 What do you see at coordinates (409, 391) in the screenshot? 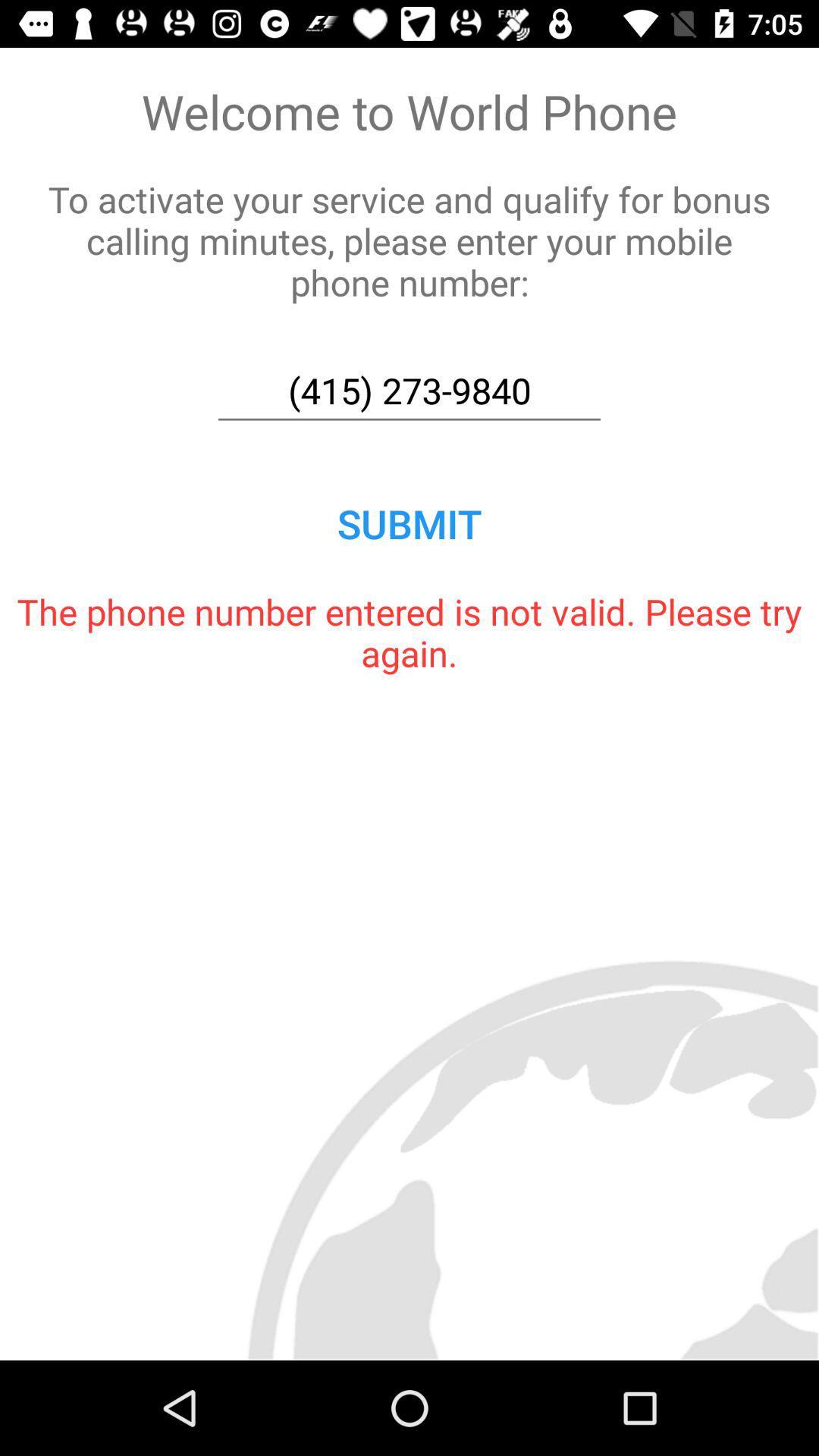
I see `(415) 273-9840` at bounding box center [409, 391].